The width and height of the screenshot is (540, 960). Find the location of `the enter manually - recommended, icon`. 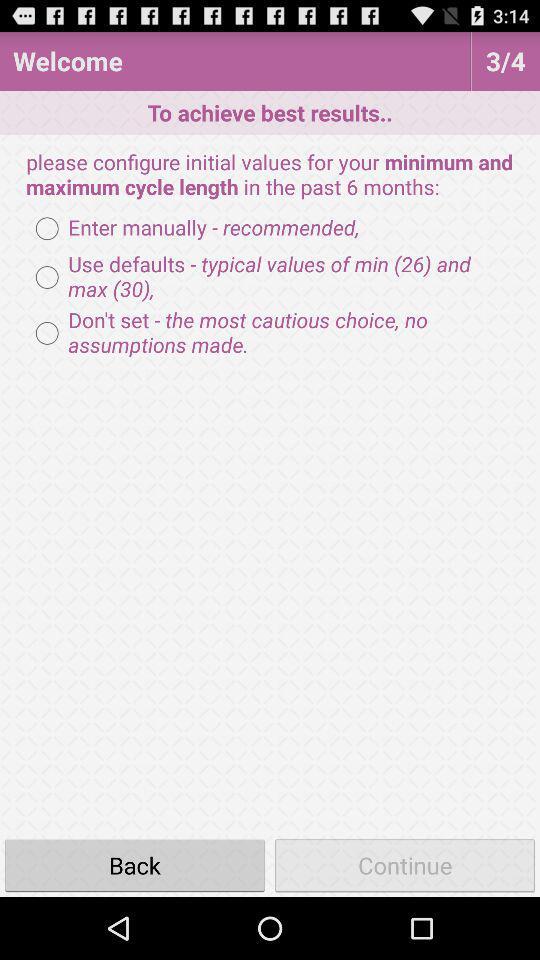

the enter manually - recommended, icon is located at coordinates (192, 228).